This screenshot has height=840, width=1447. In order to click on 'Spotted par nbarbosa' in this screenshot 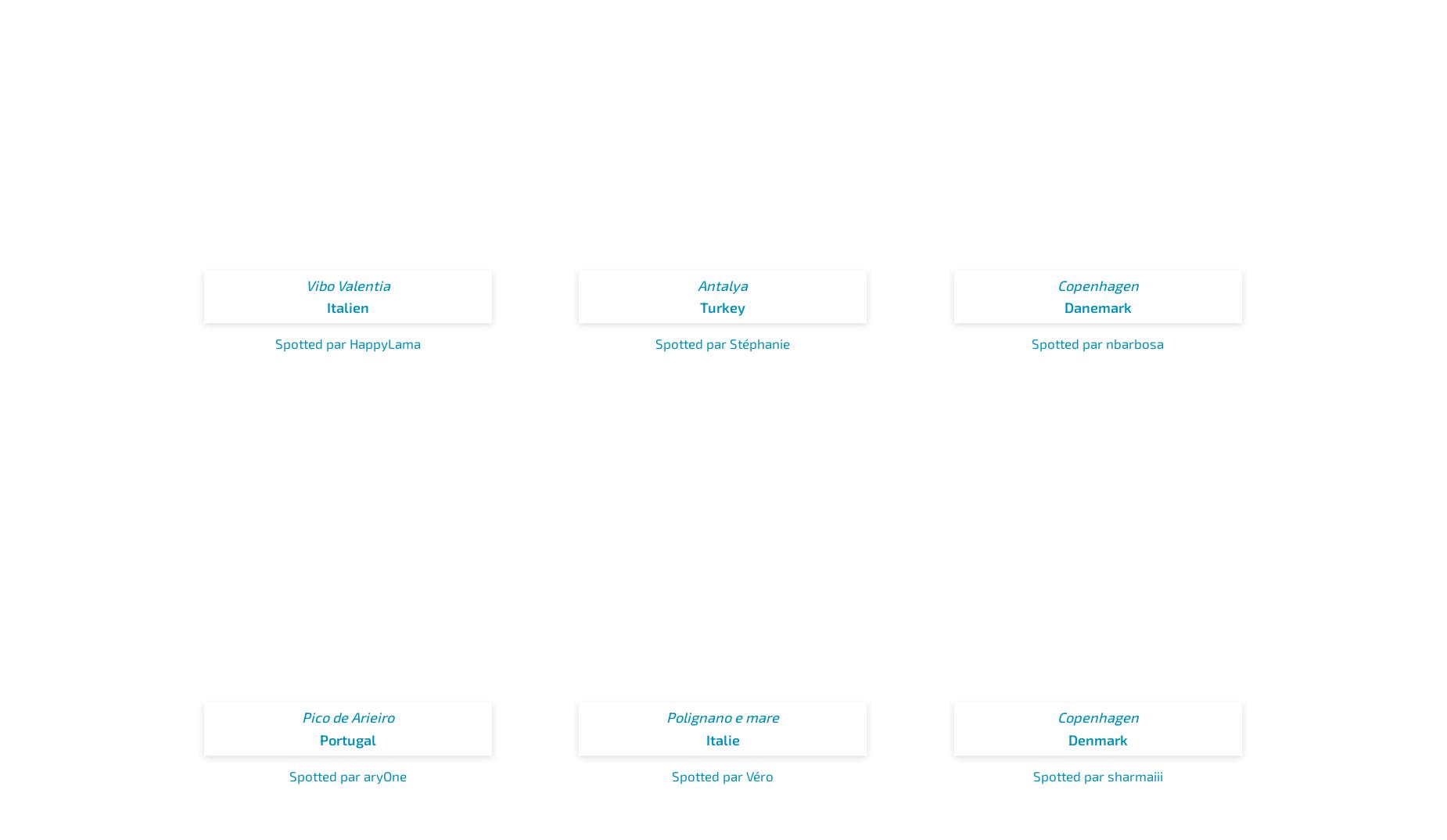, I will do `click(1031, 343)`.